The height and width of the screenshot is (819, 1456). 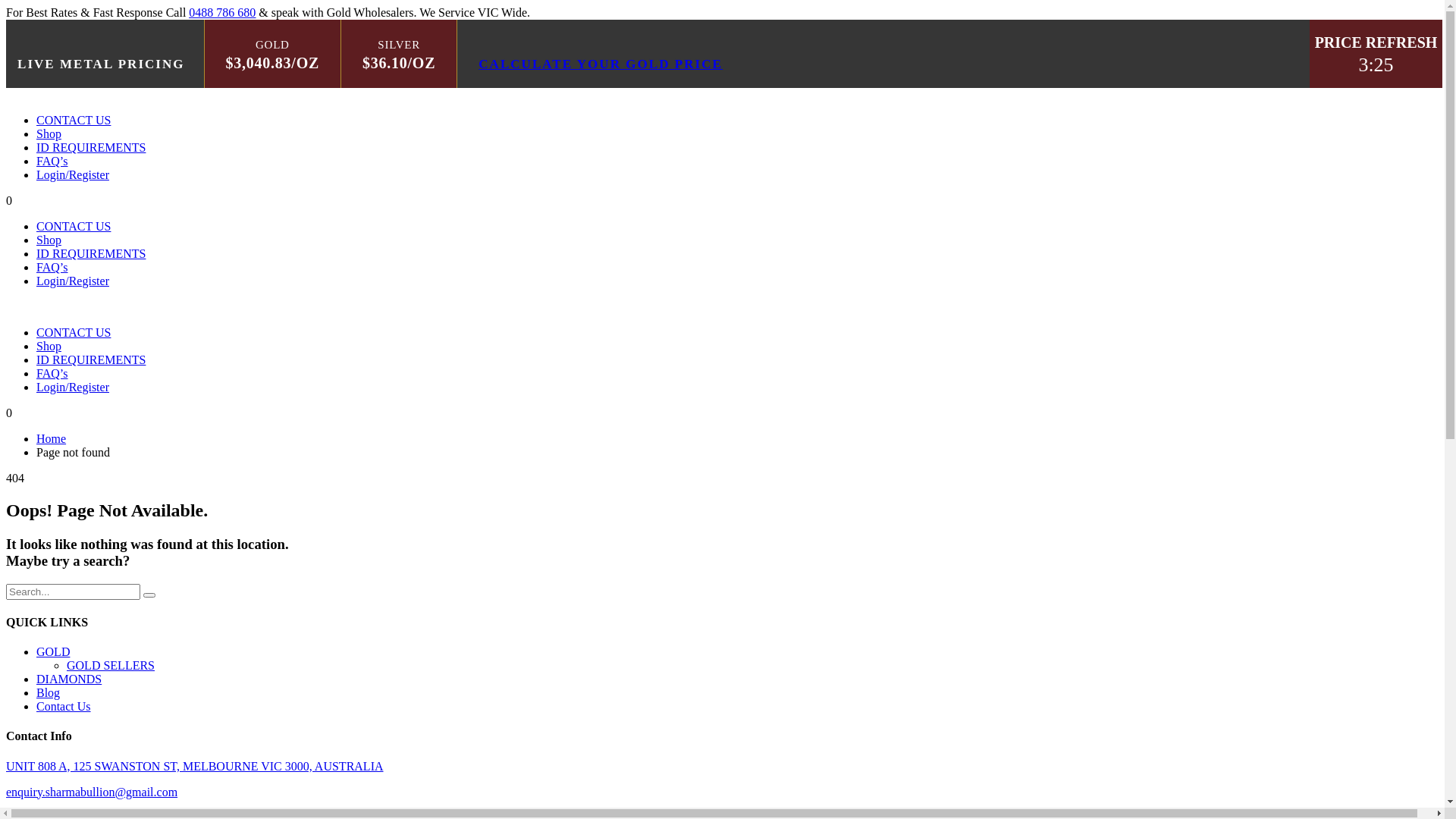 What do you see at coordinates (221, 12) in the screenshot?
I see `'0488 786 680'` at bounding box center [221, 12].